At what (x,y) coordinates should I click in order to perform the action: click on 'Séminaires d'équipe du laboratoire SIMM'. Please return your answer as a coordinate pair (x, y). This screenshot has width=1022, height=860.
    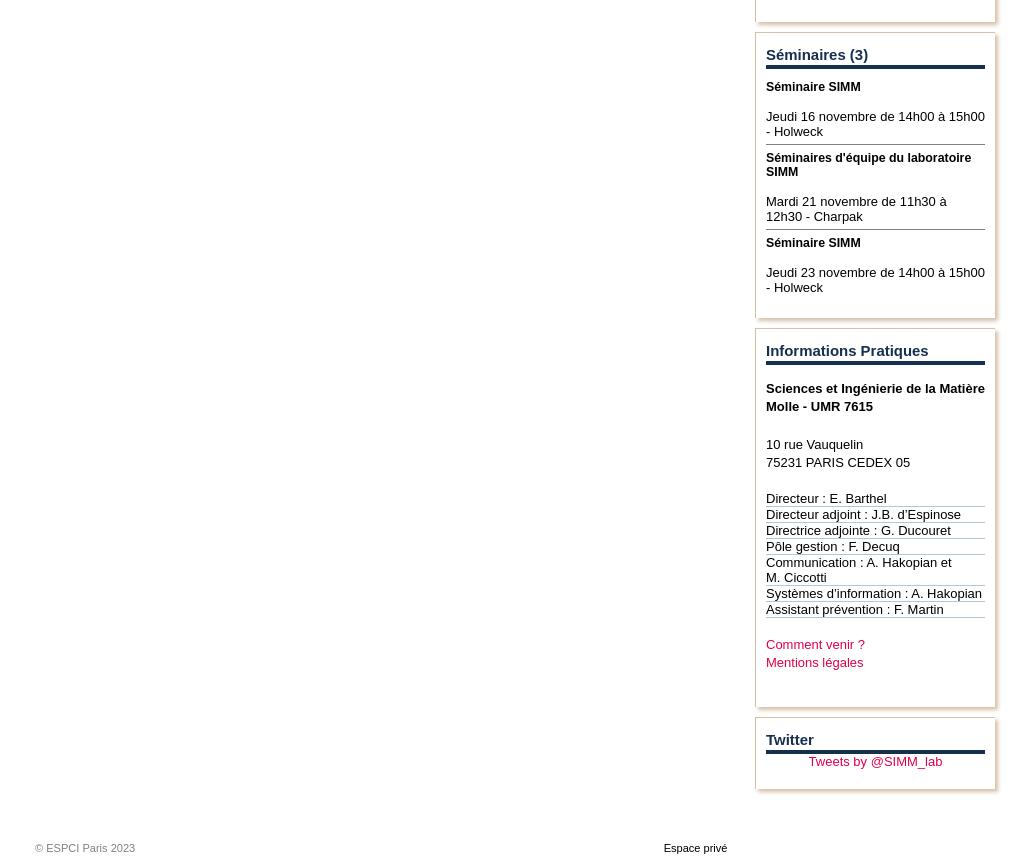
    Looking at the image, I should click on (868, 163).